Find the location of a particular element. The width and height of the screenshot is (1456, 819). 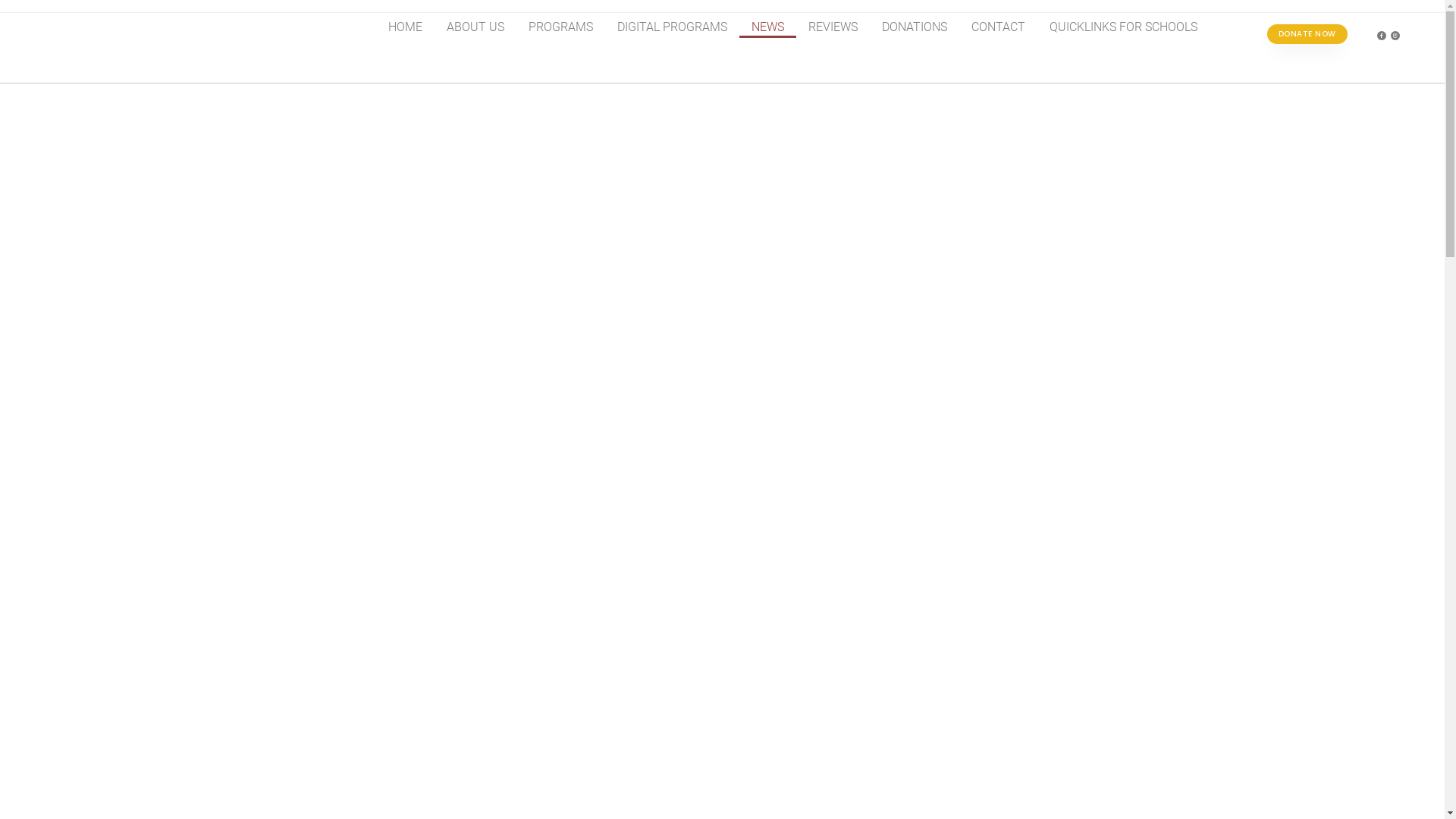

'QUICKLINKS FOR SCHOOLS' is located at coordinates (1123, 27).